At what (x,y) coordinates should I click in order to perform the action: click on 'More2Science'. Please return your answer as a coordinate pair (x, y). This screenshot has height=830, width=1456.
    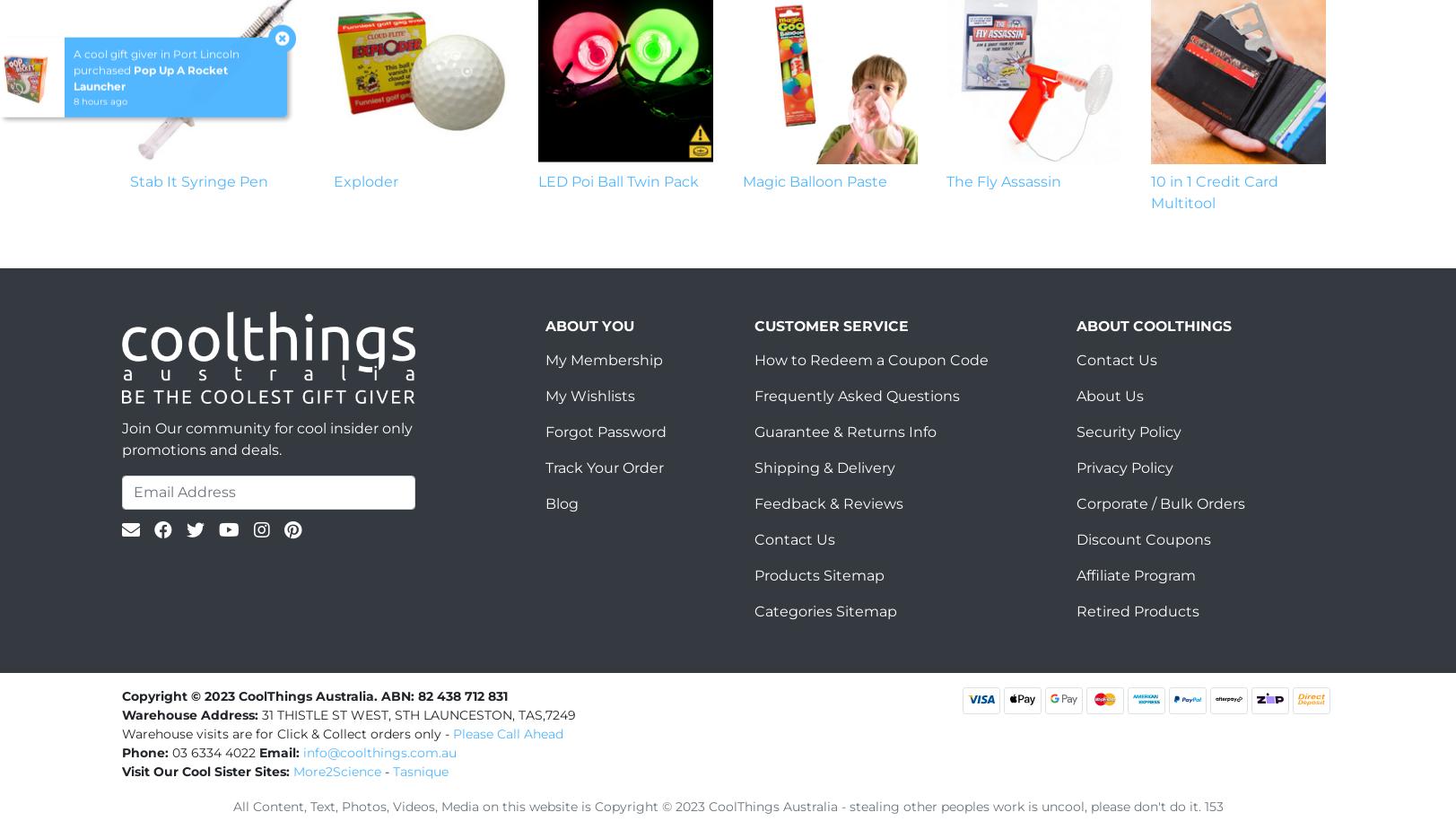
    Looking at the image, I should click on (337, 771).